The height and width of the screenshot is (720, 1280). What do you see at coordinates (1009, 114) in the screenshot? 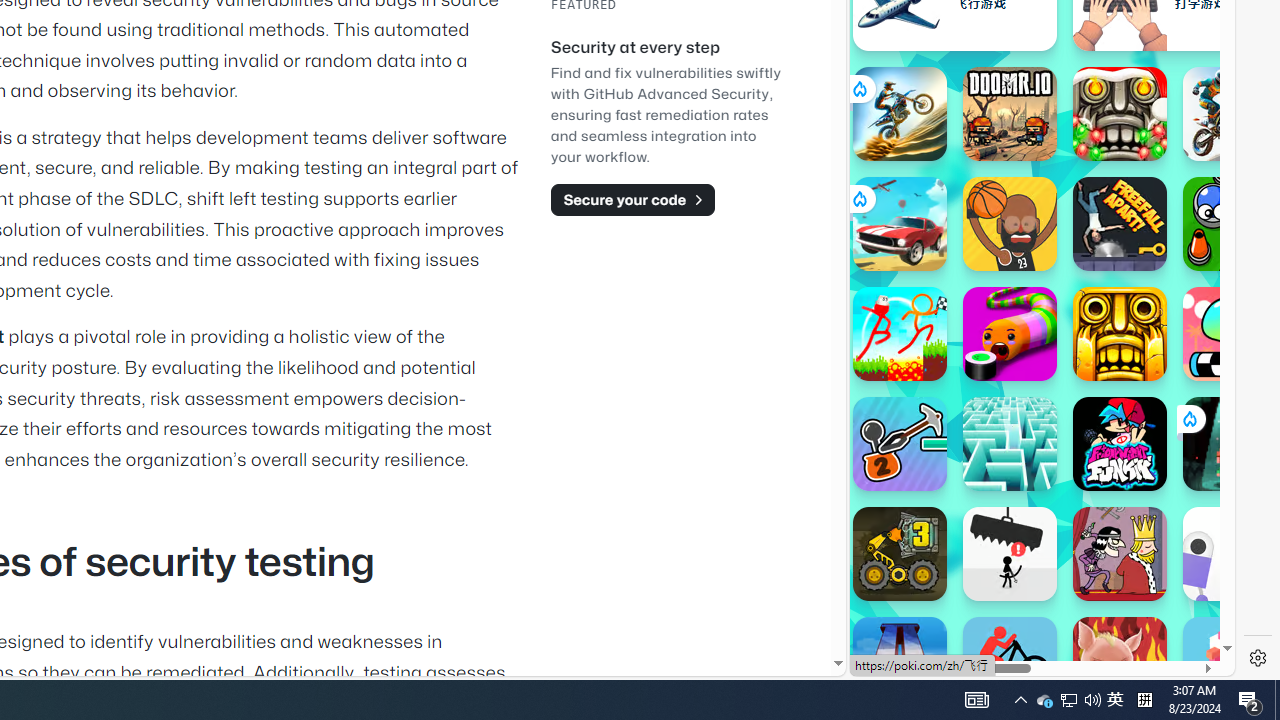
I see `'Doomr.io'` at bounding box center [1009, 114].